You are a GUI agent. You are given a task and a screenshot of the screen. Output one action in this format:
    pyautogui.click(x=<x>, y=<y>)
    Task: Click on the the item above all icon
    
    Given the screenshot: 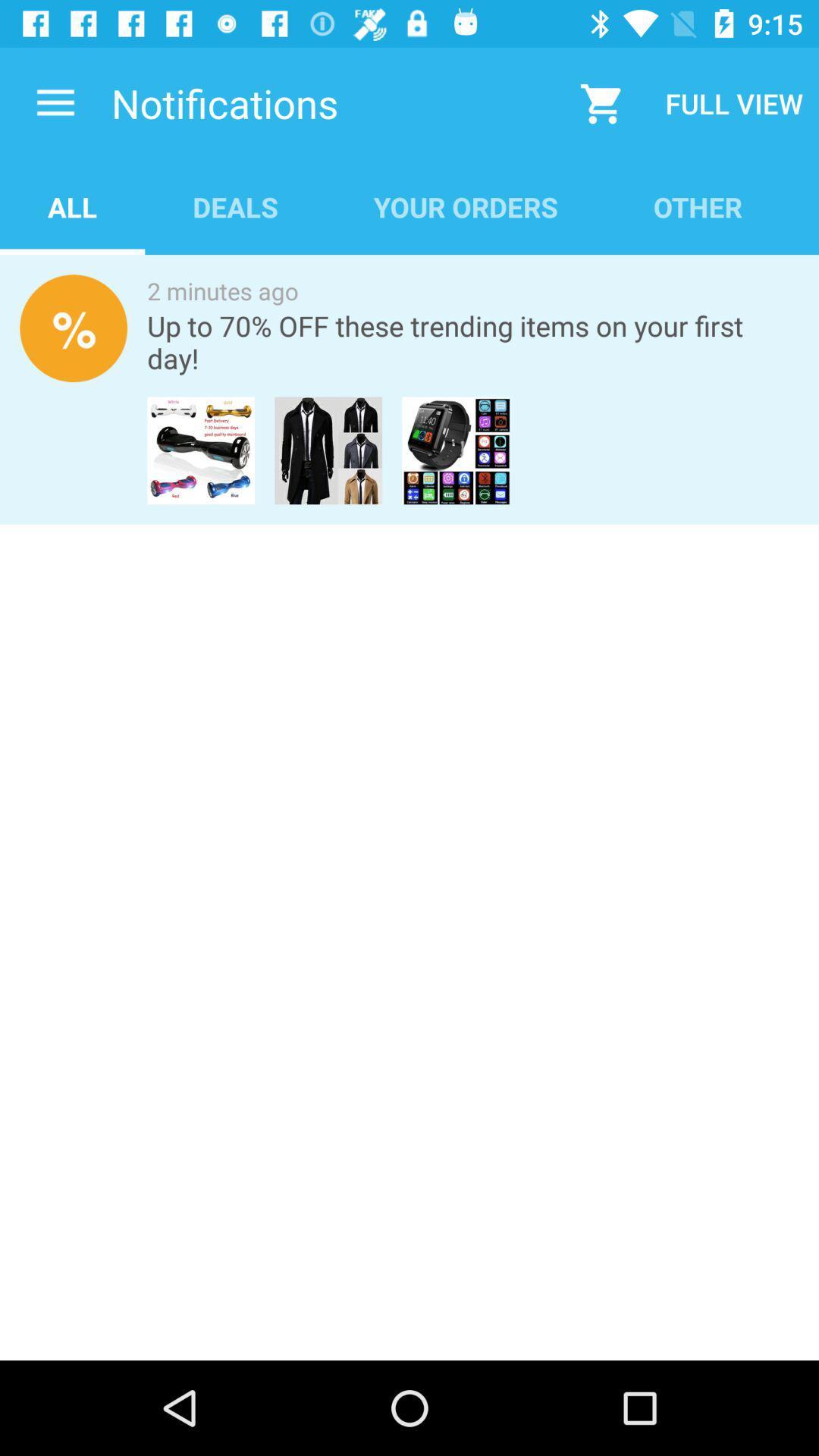 What is the action you would take?
    pyautogui.click(x=55, y=102)
    